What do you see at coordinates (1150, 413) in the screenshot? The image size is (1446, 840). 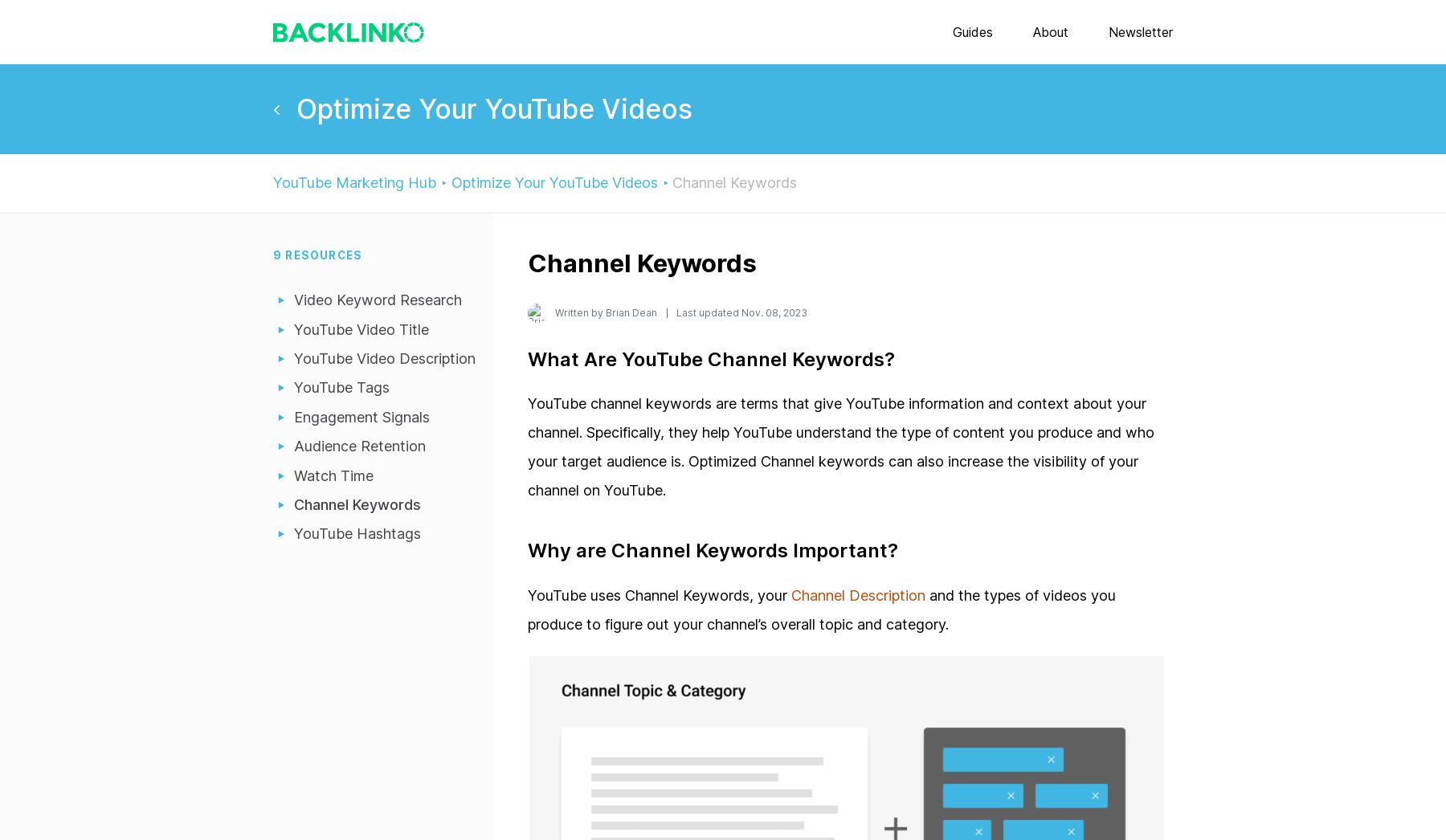 I see `'Best Backlink Checkers'` at bounding box center [1150, 413].